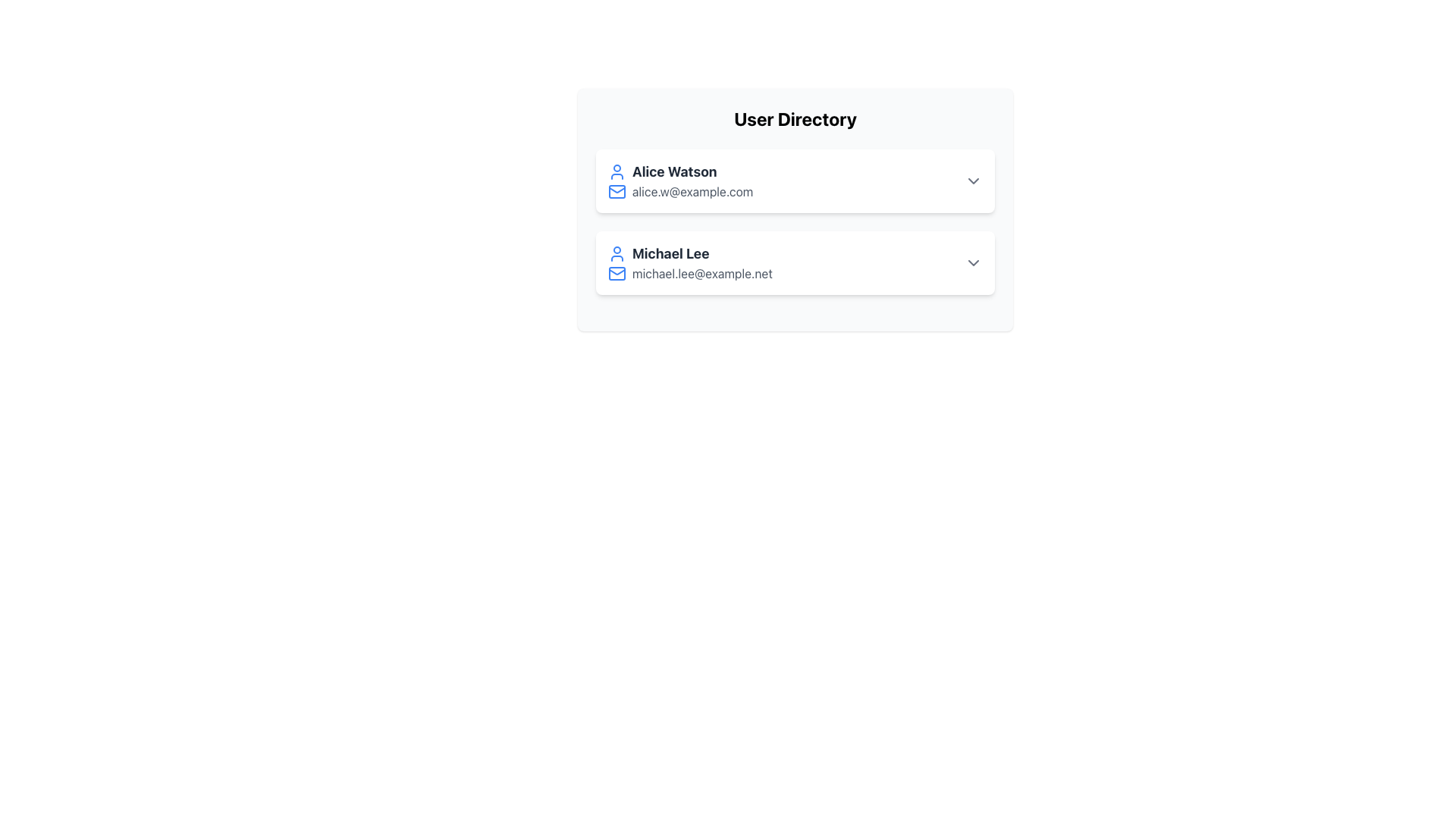  What do you see at coordinates (617, 191) in the screenshot?
I see `the mail icon styled as an outlined envelope with a blue color scheme, which is positioned next to the email address 'alice.w@example.com' for Alice Watson` at bounding box center [617, 191].